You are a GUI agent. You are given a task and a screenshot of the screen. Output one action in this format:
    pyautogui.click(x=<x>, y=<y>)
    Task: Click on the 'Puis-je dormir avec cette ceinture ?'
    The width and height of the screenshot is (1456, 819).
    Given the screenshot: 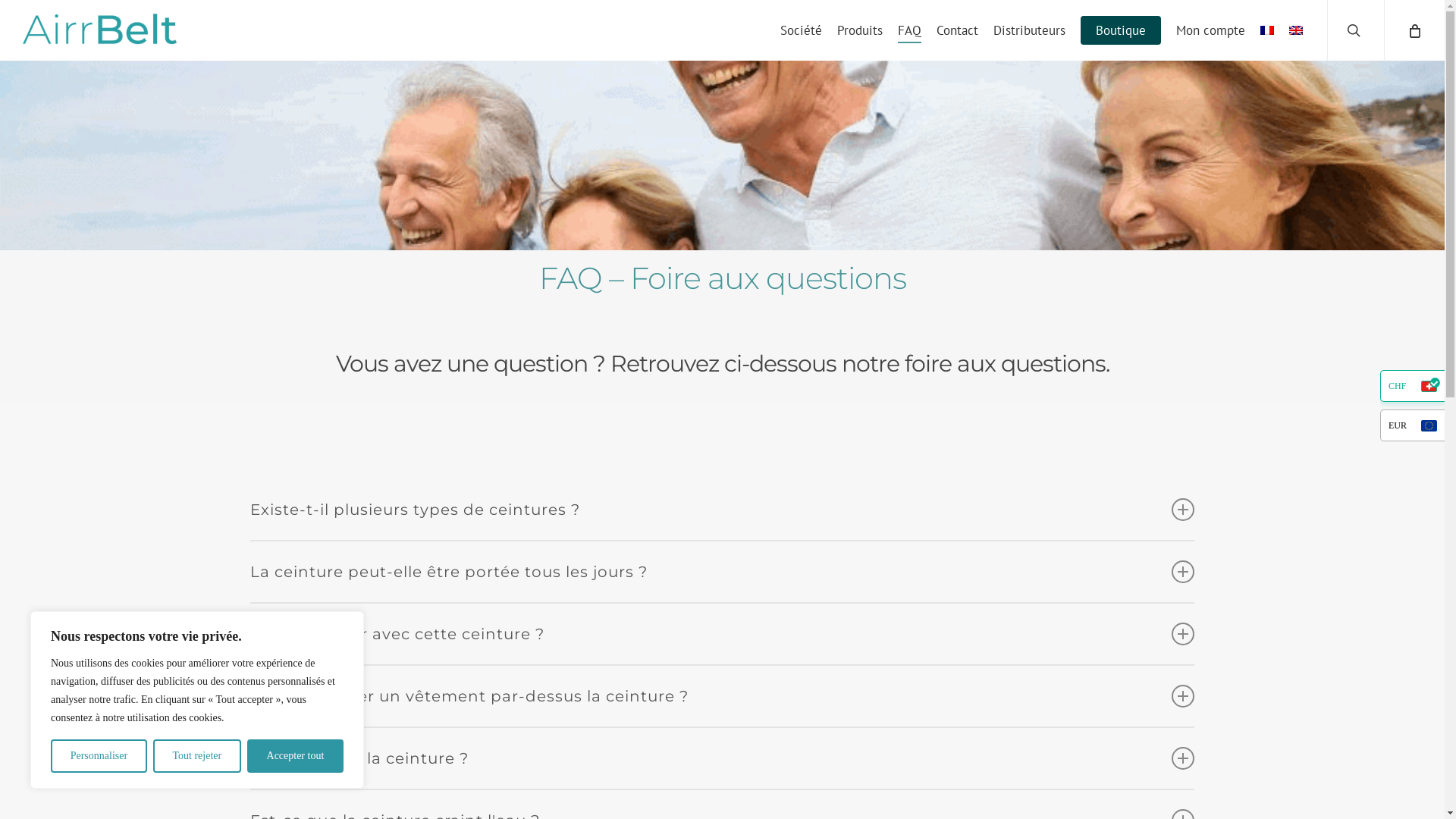 What is the action you would take?
    pyautogui.click(x=721, y=634)
    